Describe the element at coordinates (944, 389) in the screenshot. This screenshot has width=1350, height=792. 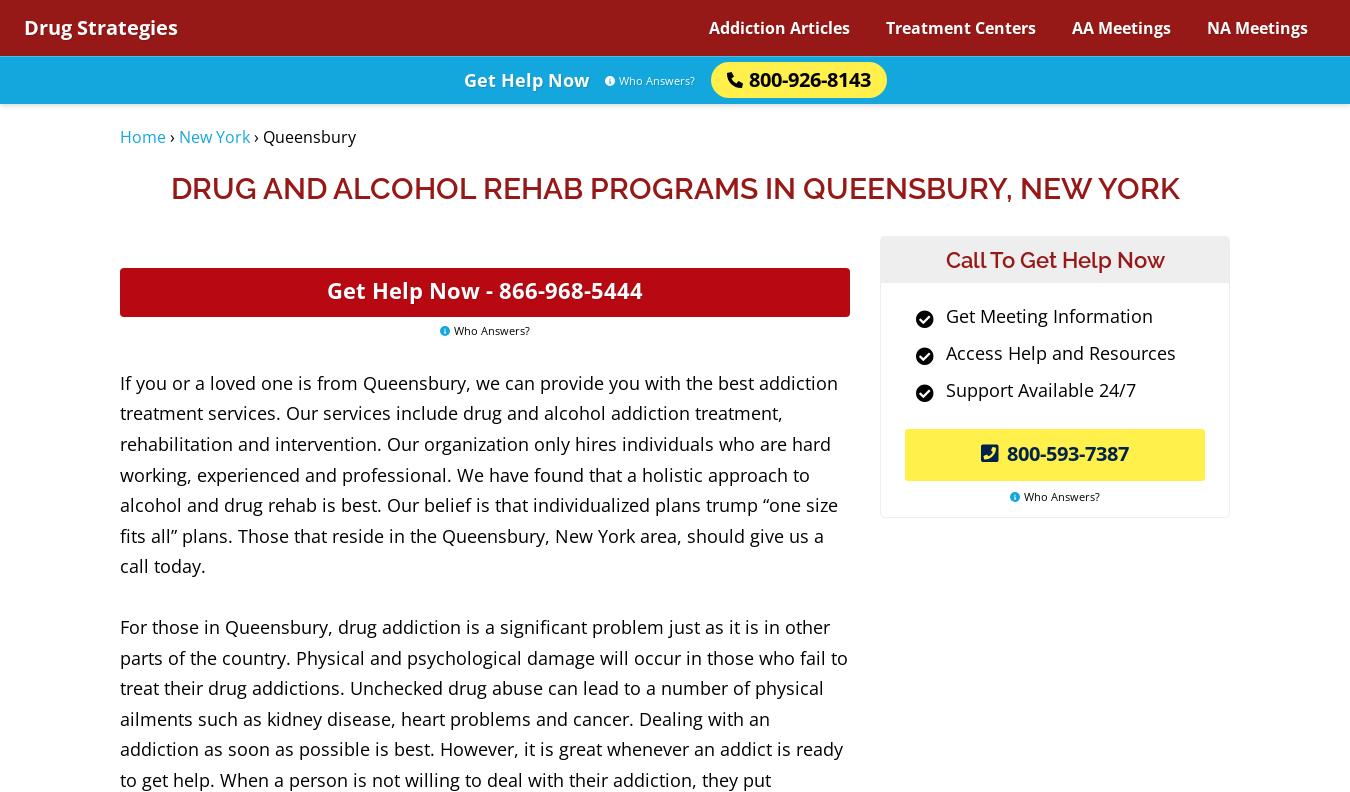
I see `'Support Available 24/7'` at that location.